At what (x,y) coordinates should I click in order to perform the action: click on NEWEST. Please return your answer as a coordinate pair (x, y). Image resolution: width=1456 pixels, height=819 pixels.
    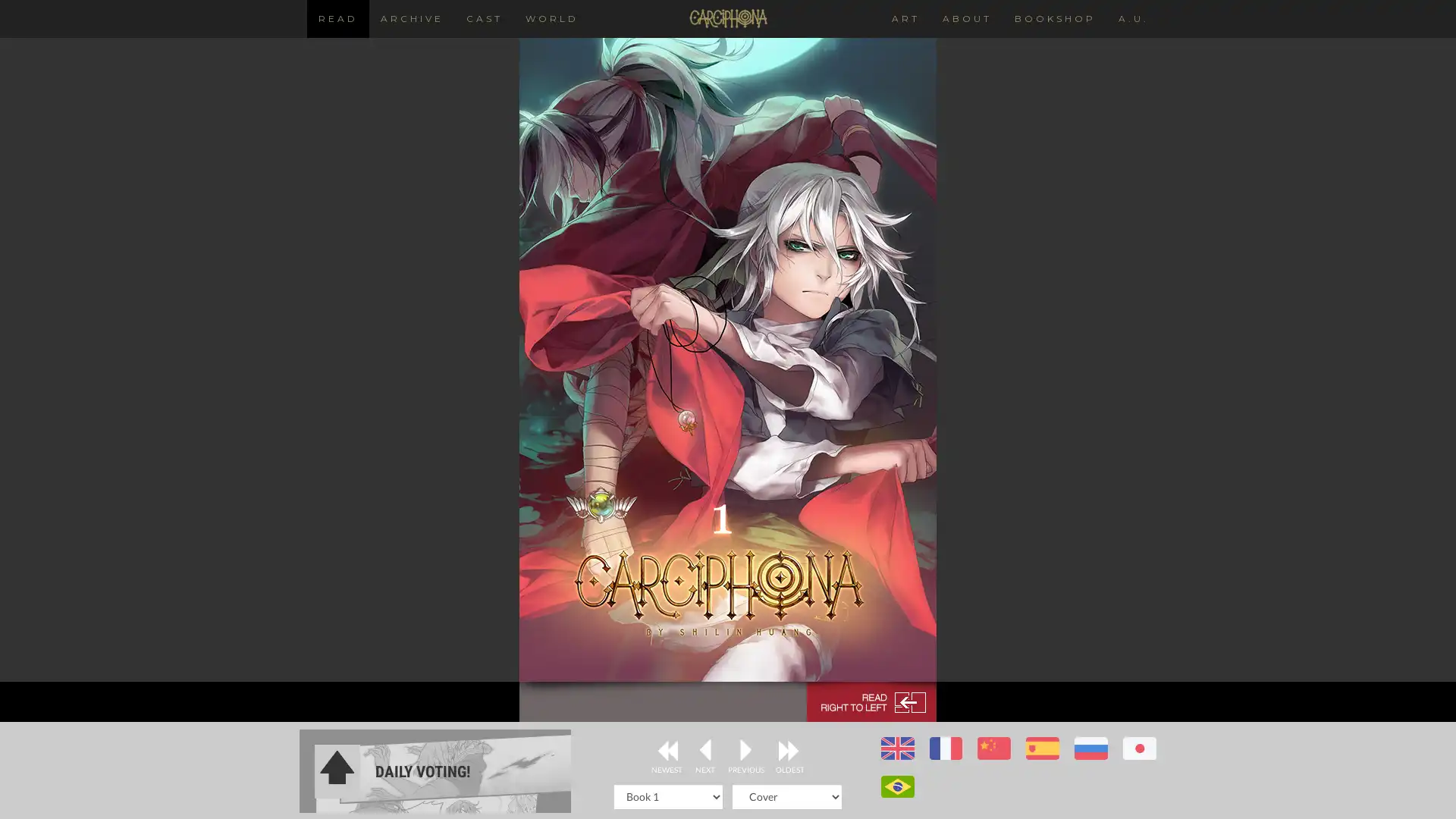
    Looking at the image, I should click on (666, 752).